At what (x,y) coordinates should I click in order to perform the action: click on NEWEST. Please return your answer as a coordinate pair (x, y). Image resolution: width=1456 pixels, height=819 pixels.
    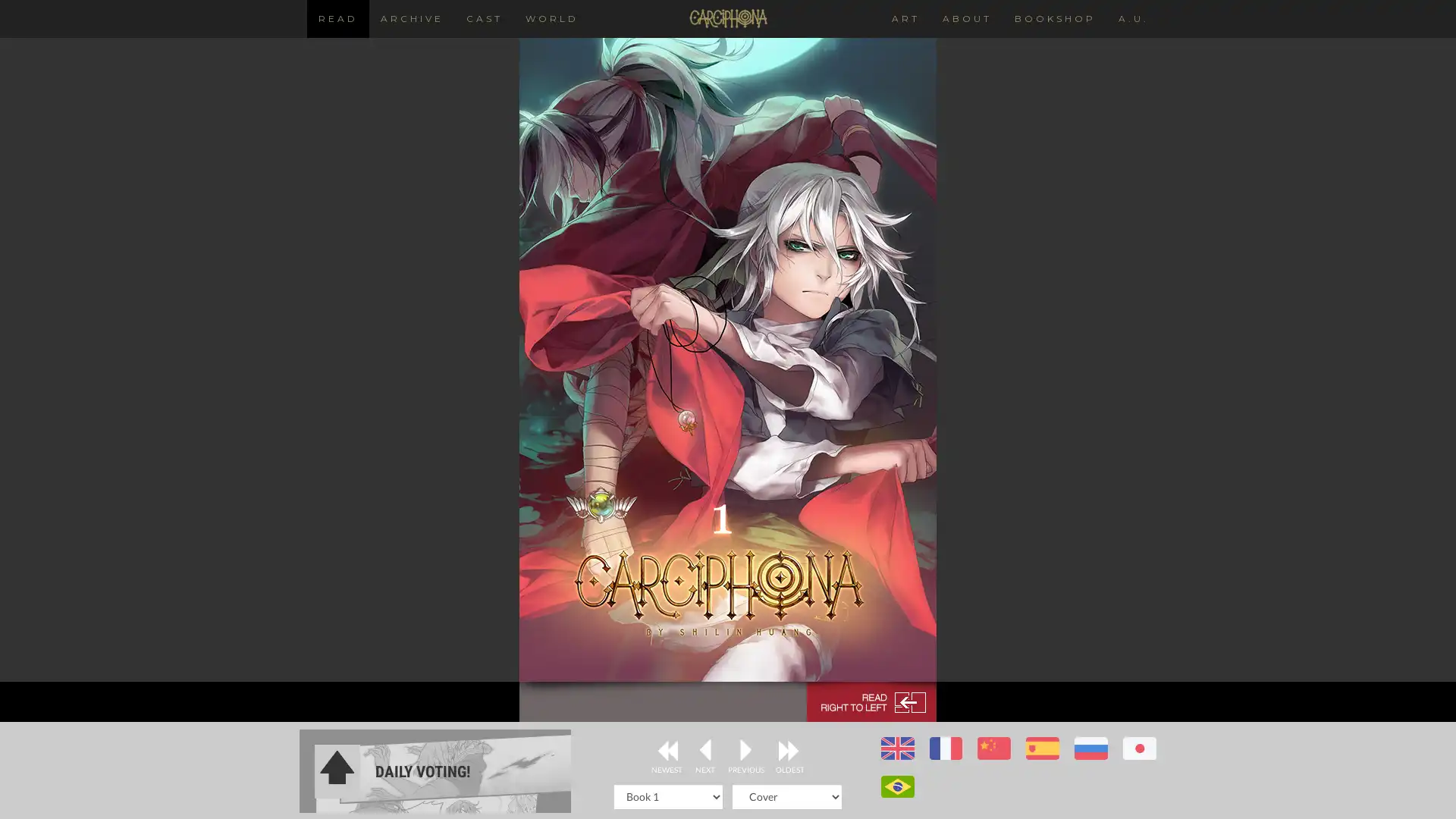
    Looking at the image, I should click on (666, 752).